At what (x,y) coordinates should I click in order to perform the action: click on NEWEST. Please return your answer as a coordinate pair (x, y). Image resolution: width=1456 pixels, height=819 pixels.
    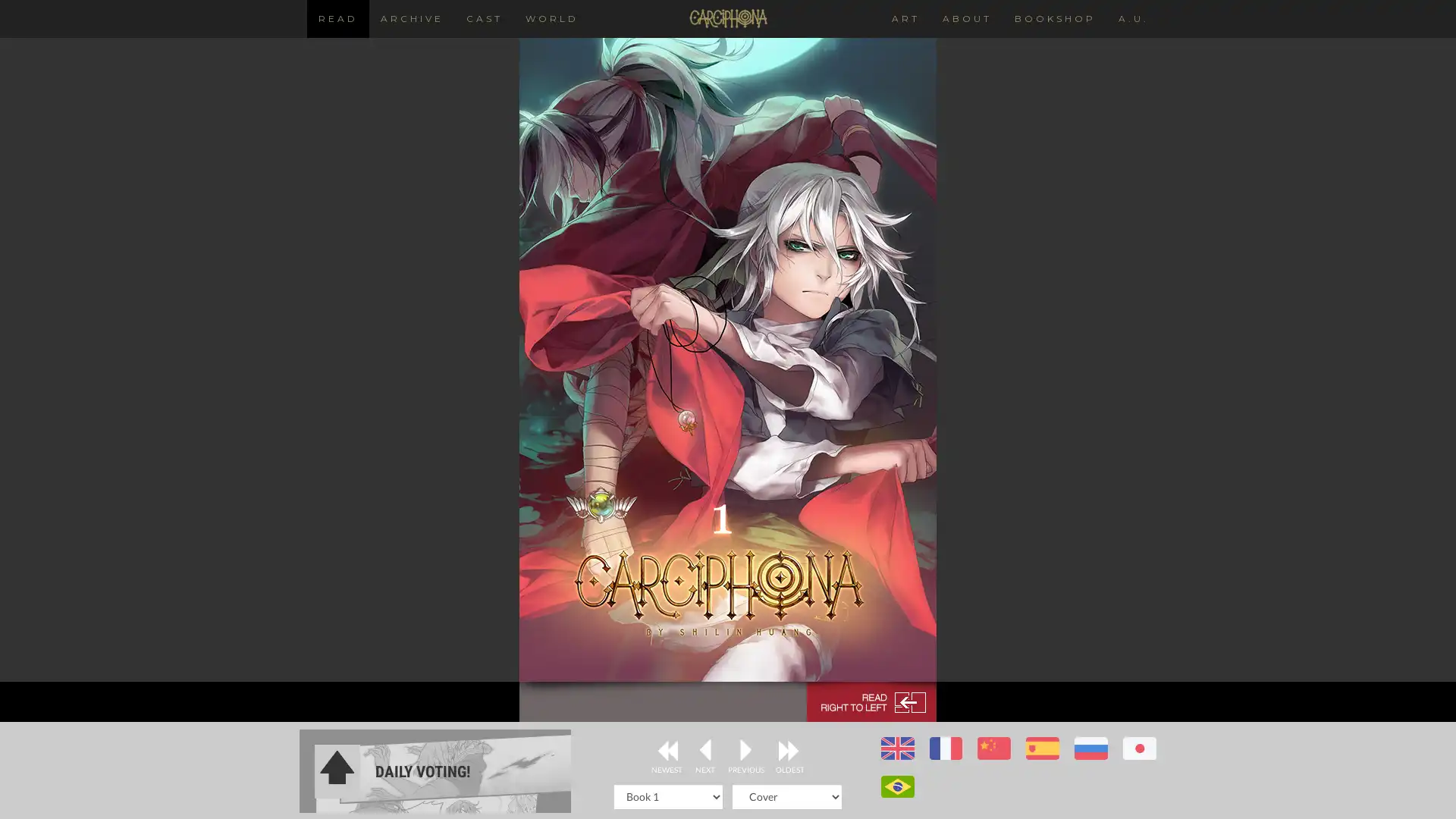
    Looking at the image, I should click on (666, 752).